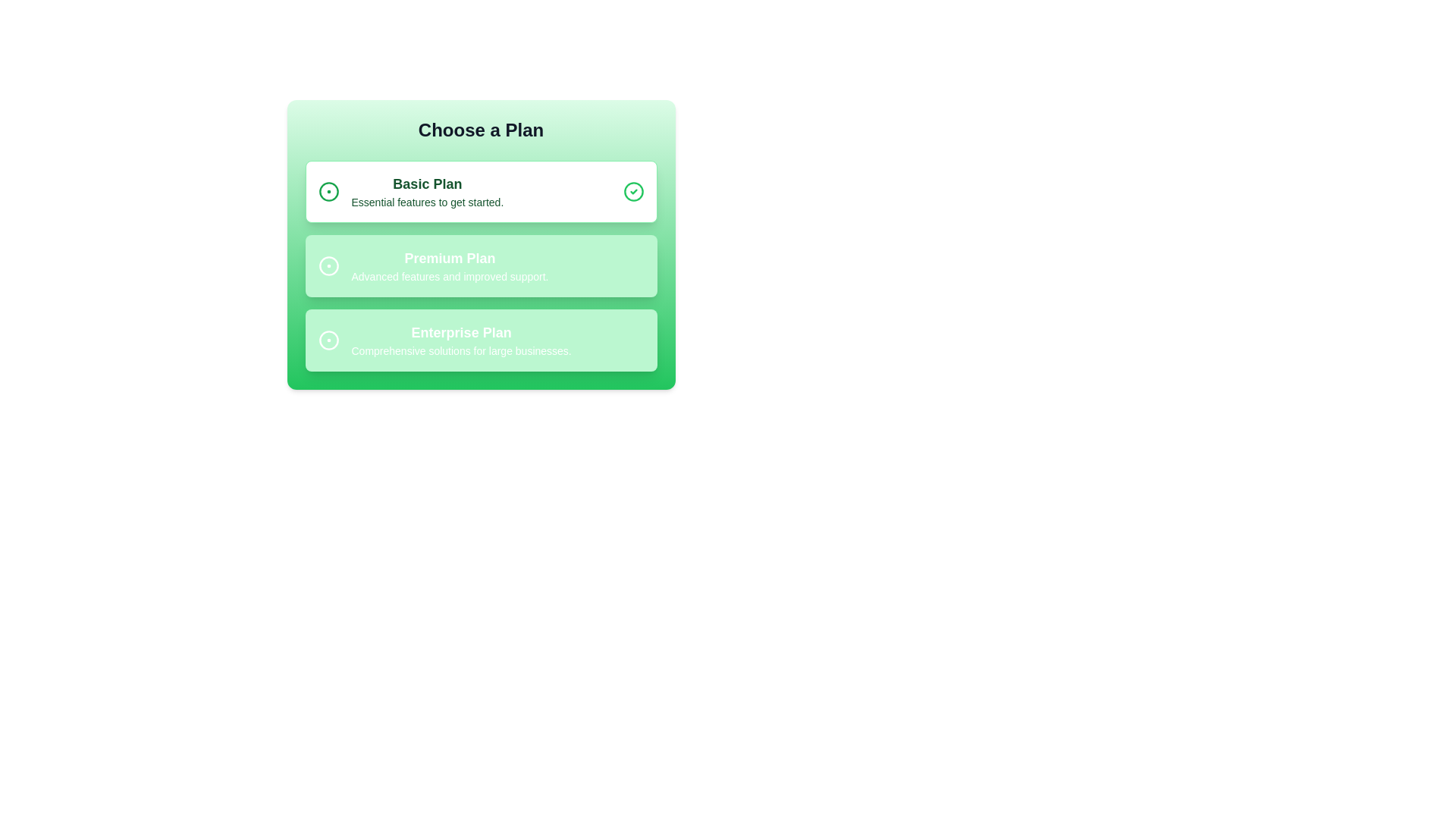  Describe the element at coordinates (480, 339) in the screenshot. I see `the 'Enterprise Plan' card, which is the last item in a vertically stacked list of plan cards with a light green background and bold white text 'Enterprise Plan'` at that location.